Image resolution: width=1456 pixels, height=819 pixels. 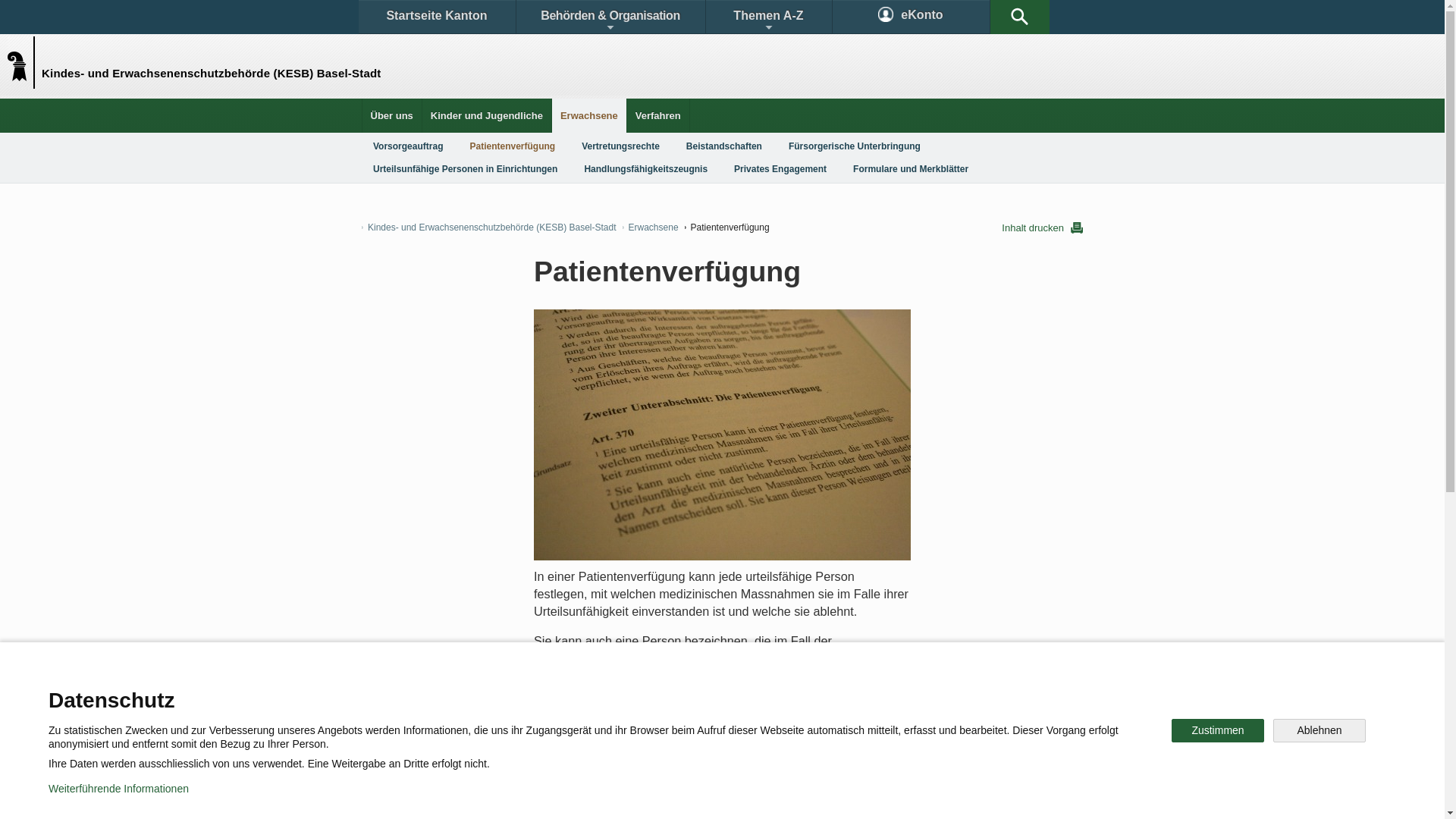 What do you see at coordinates (658, 115) in the screenshot?
I see `'Verfahren'` at bounding box center [658, 115].